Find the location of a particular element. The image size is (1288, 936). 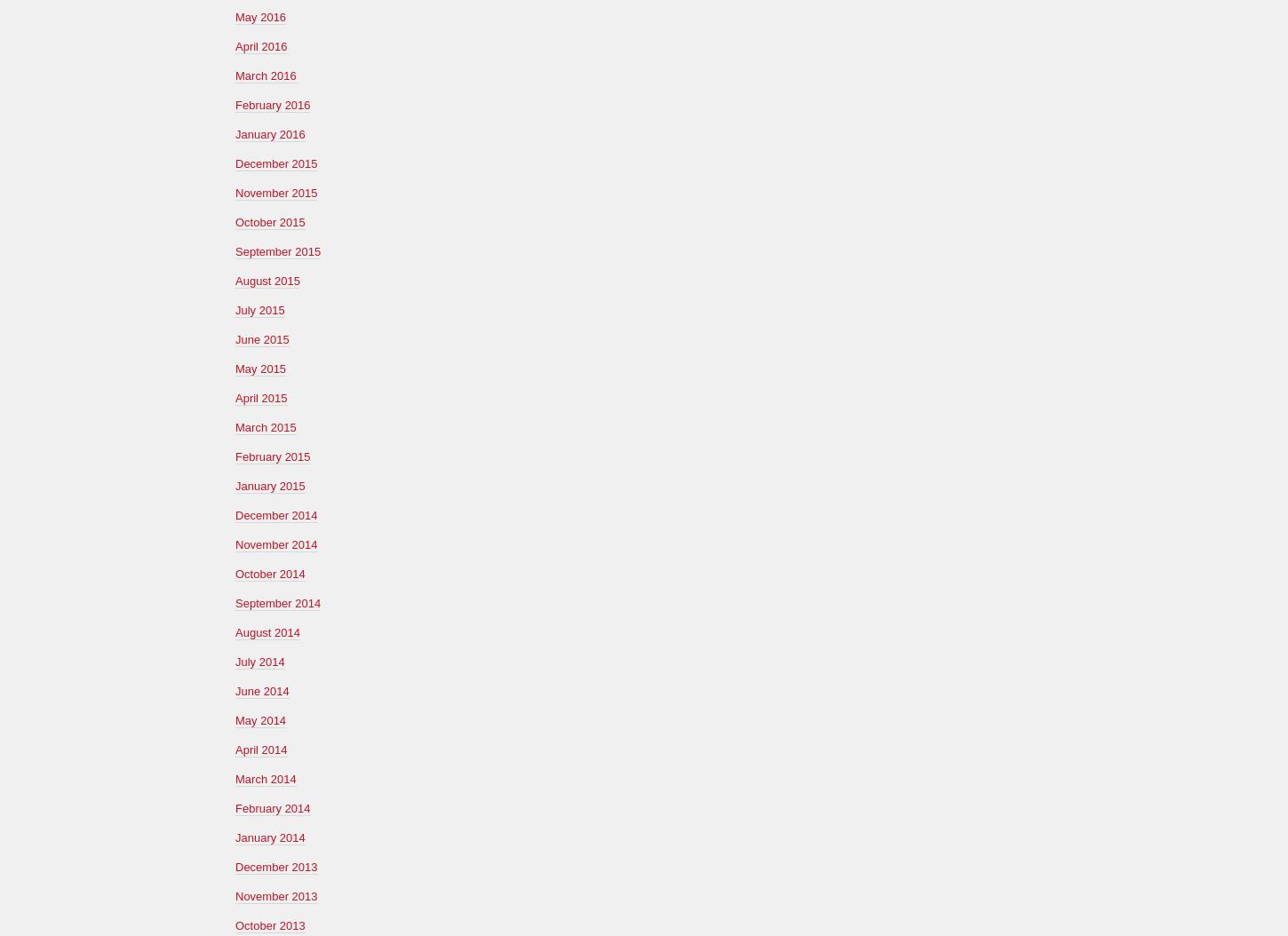

'September 2014' is located at coordinates (235, 602).